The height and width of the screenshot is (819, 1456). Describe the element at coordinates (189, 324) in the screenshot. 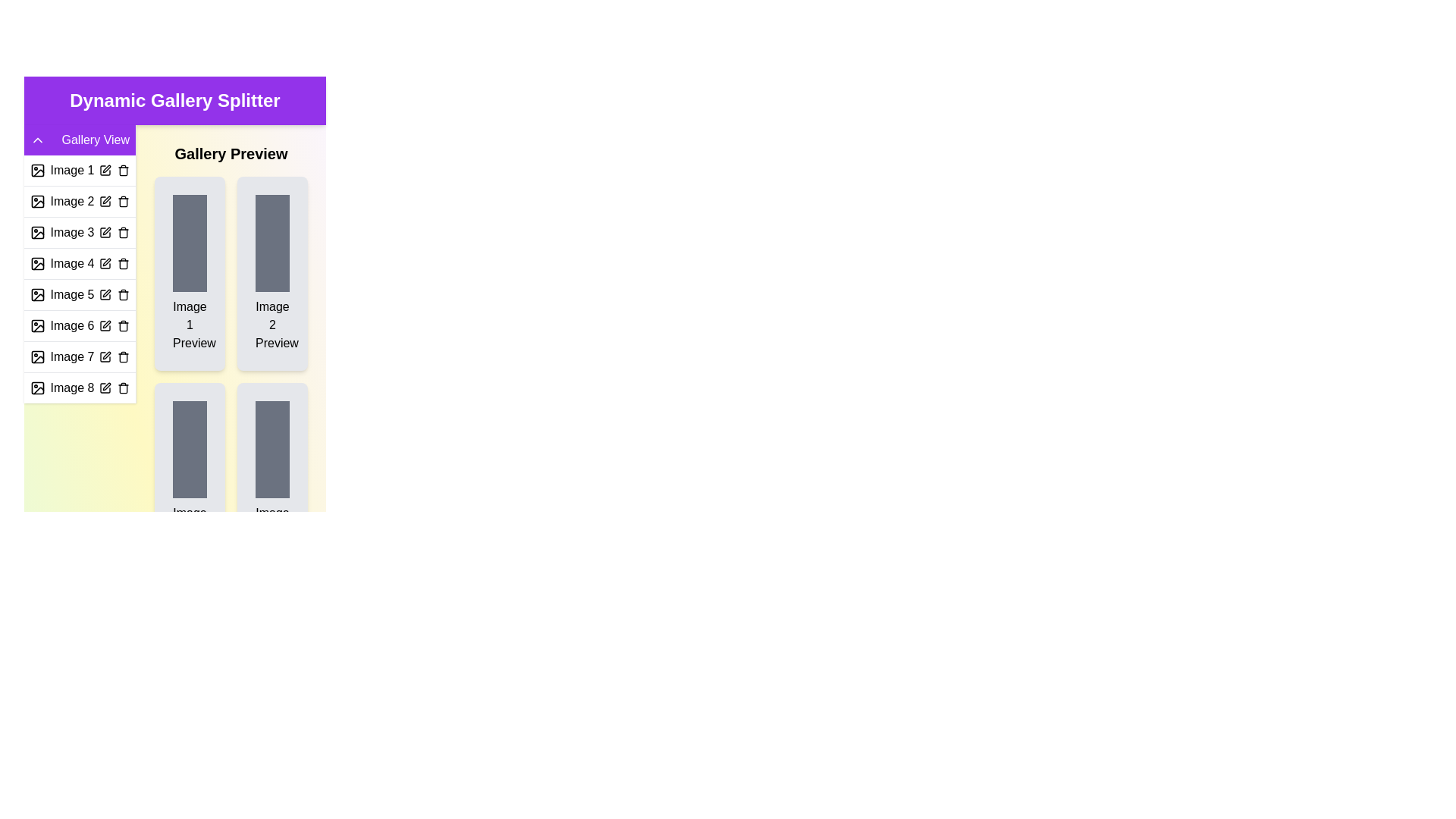

I see `the text label element reading 'Image 1 Preview' that is positioned below a gray placeholder image in the Gallery Preview panel` at that location.